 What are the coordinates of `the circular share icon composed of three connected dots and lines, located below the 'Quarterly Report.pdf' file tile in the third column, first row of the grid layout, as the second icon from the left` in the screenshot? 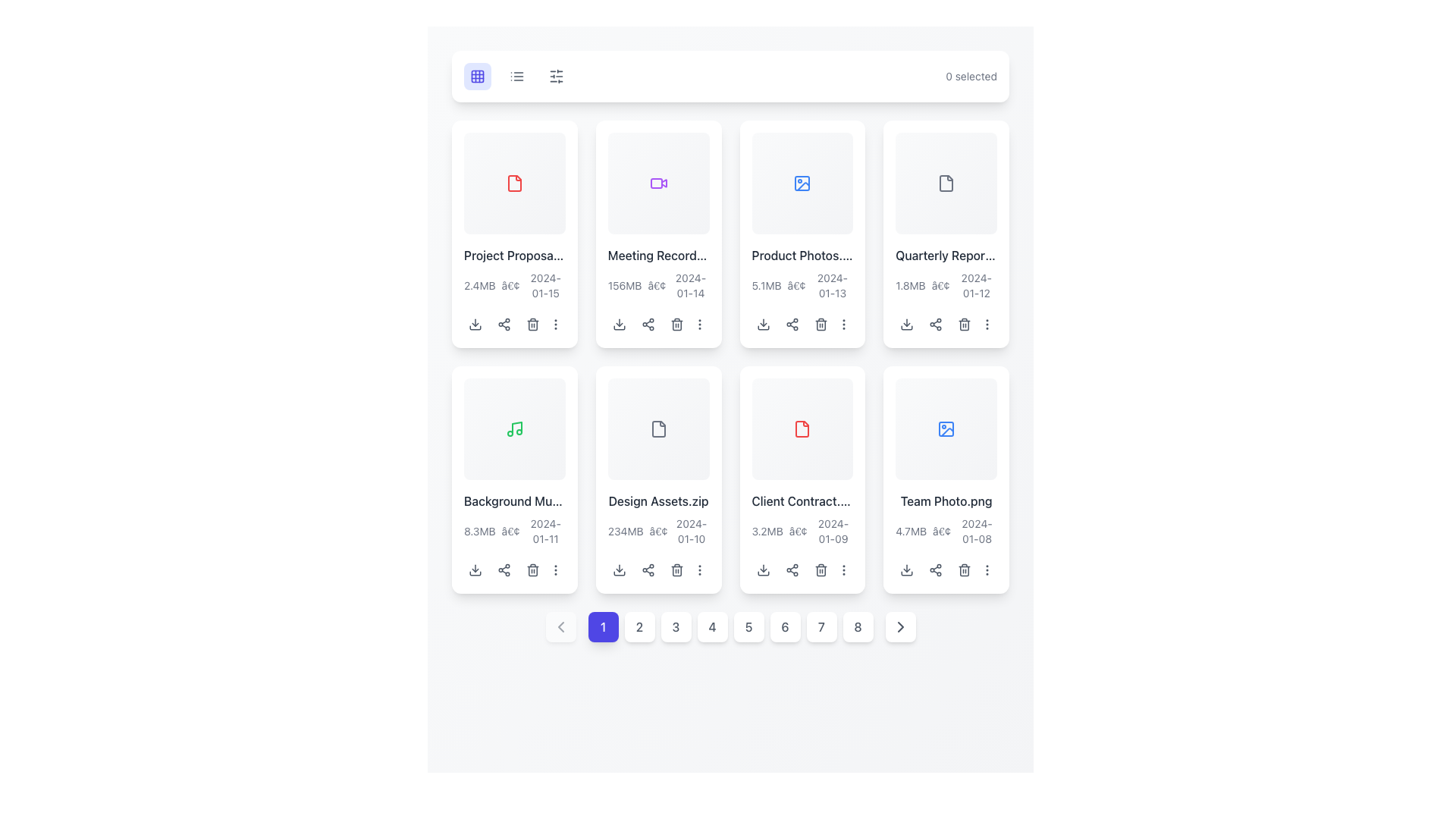 It's located at (934, 323).